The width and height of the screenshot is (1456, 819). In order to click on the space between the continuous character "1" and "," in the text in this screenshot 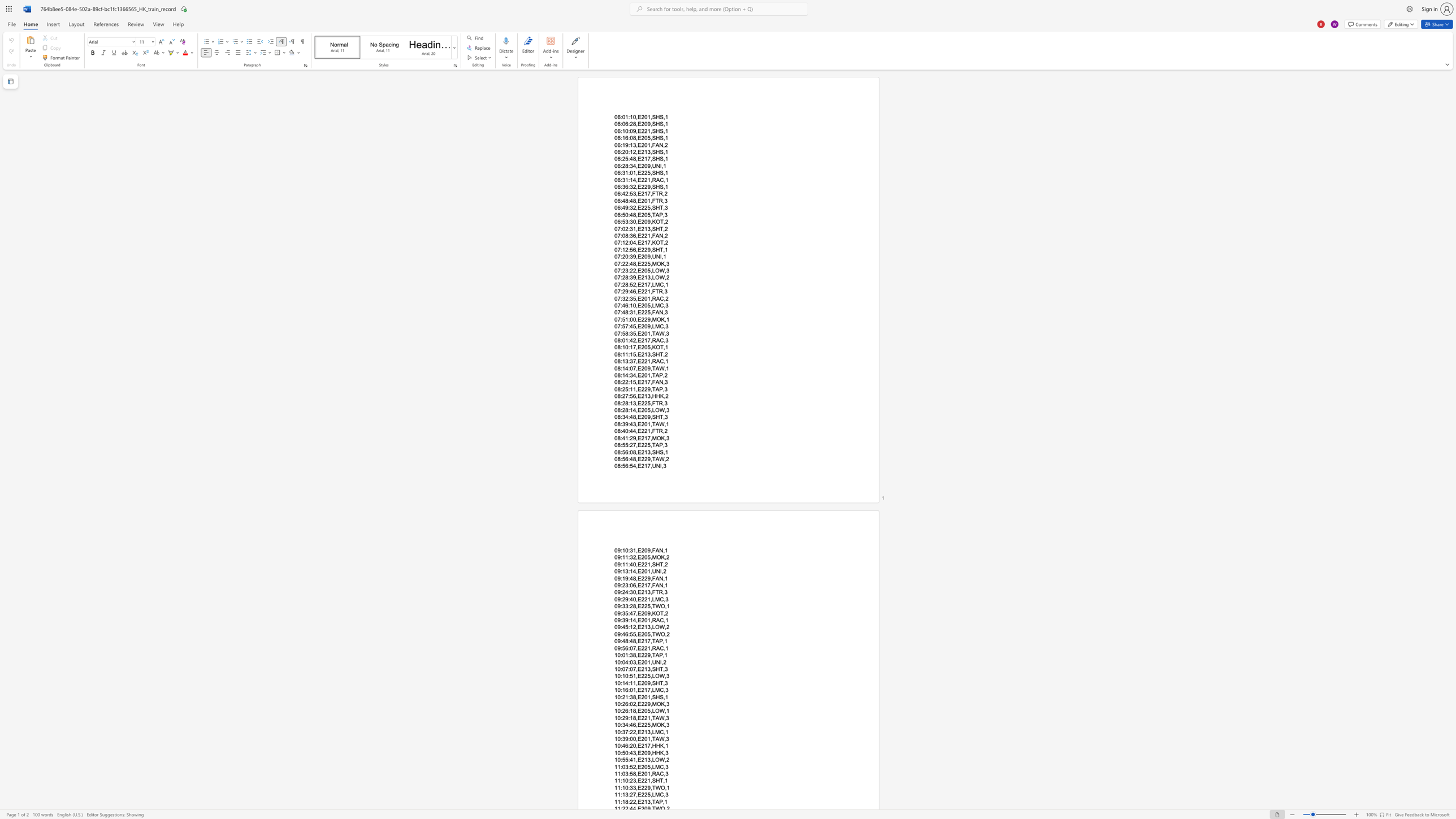, I will do `click(635, 690)`.